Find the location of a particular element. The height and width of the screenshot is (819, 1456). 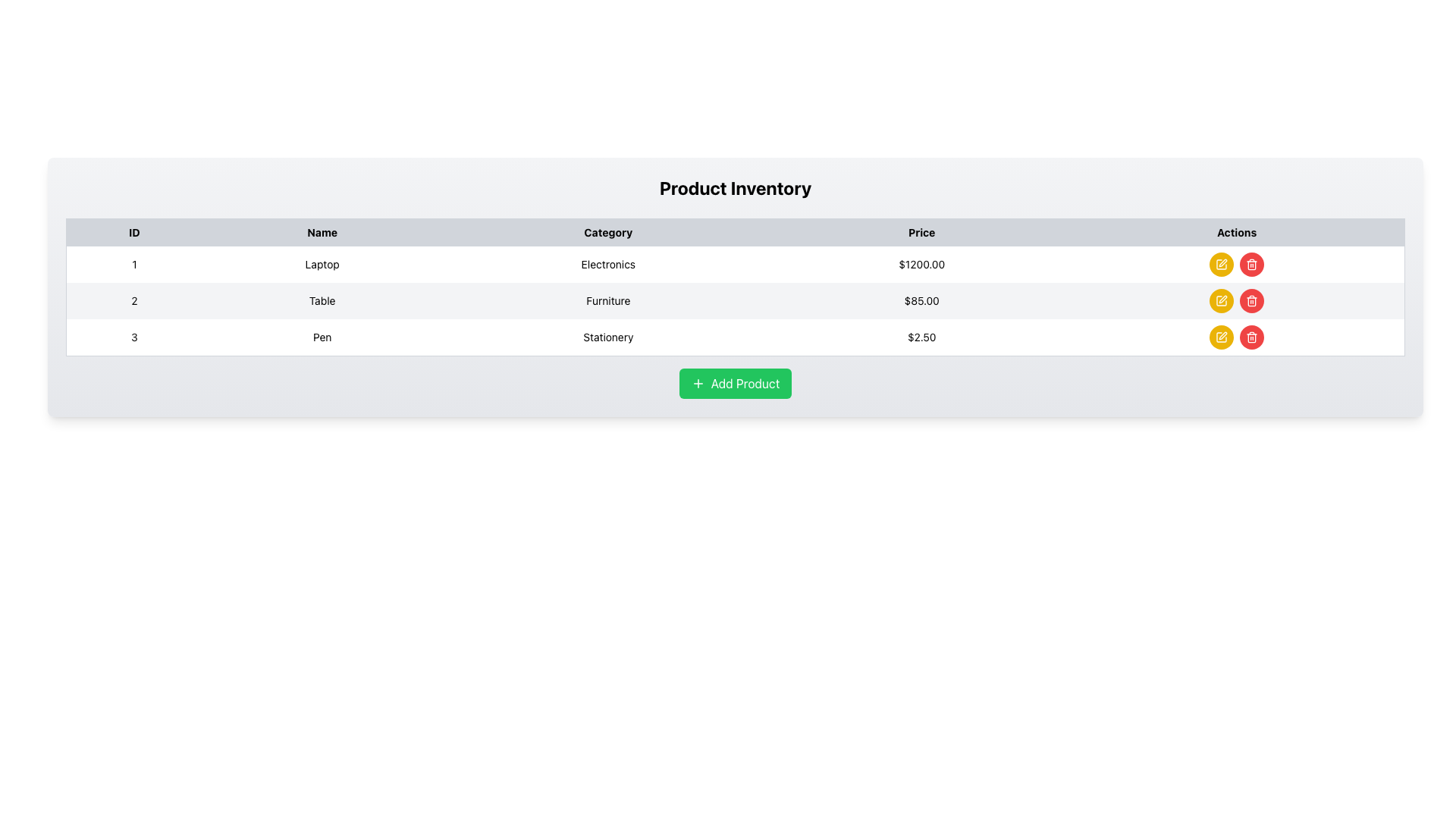

the 'Edit' button, which is the first icon inside the circular yellow button located in the 'Actions' column of the third row of the table under the 'Product Inventory' title is located at coordinates (1222, 336).